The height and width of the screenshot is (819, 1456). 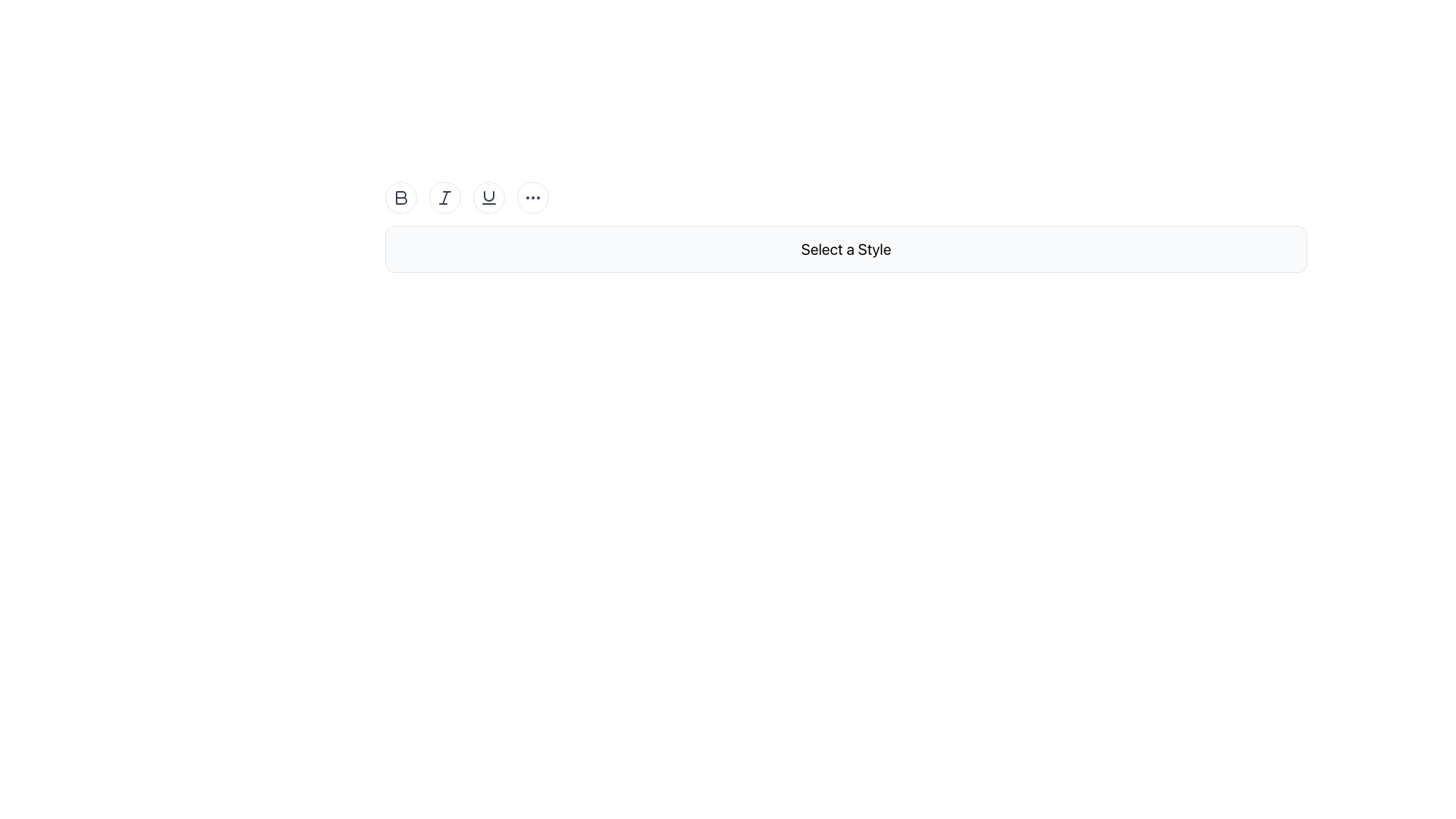 What do you see at coordinates (444, 197) in the screenshot?
I see `the SVG line segment representing the italic formatting option in the formatting icon row` at bounding box center [444, 197].